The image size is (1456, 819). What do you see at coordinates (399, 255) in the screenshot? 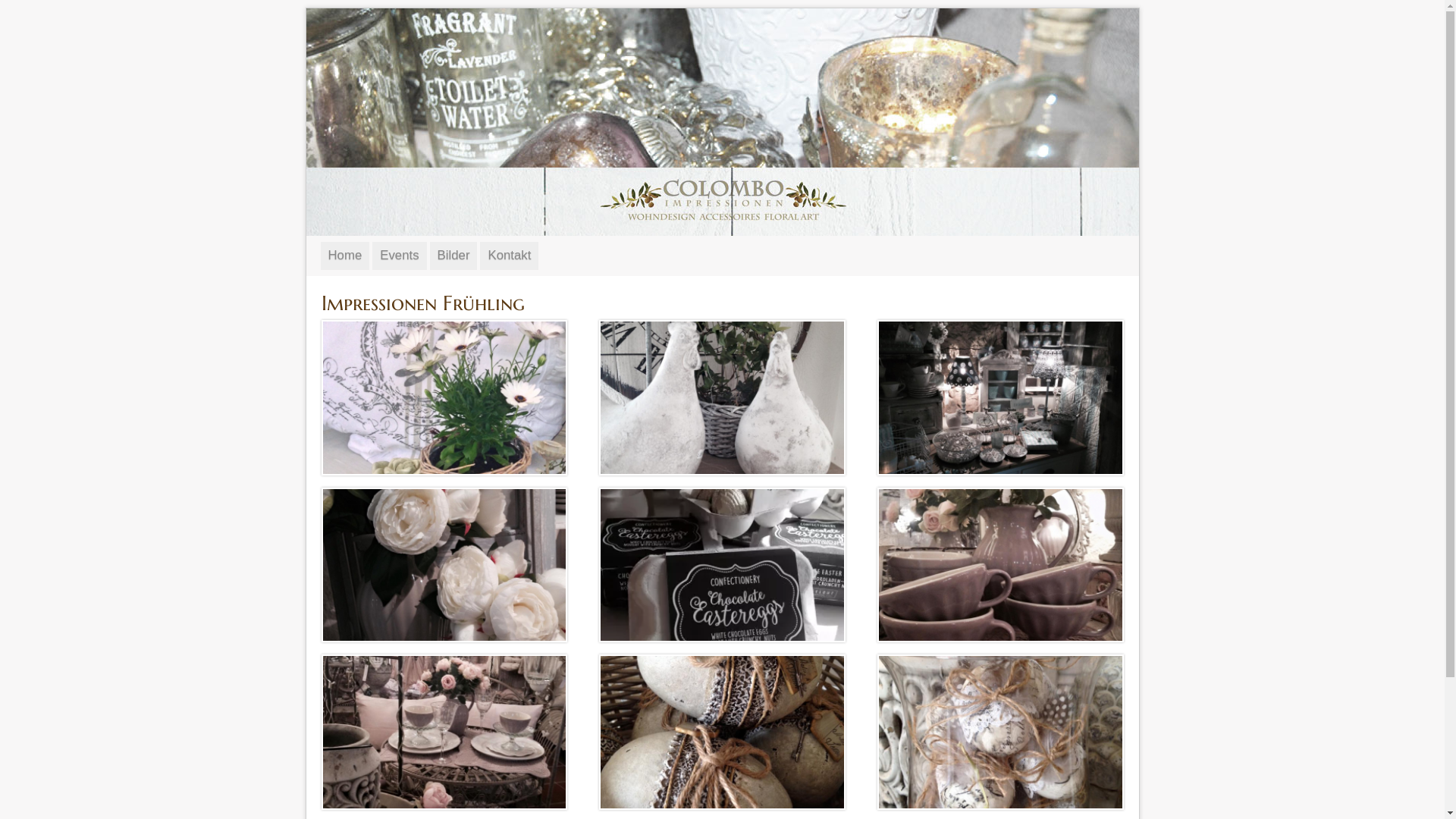
I see `'Events'` at bounding box center [399, 255].